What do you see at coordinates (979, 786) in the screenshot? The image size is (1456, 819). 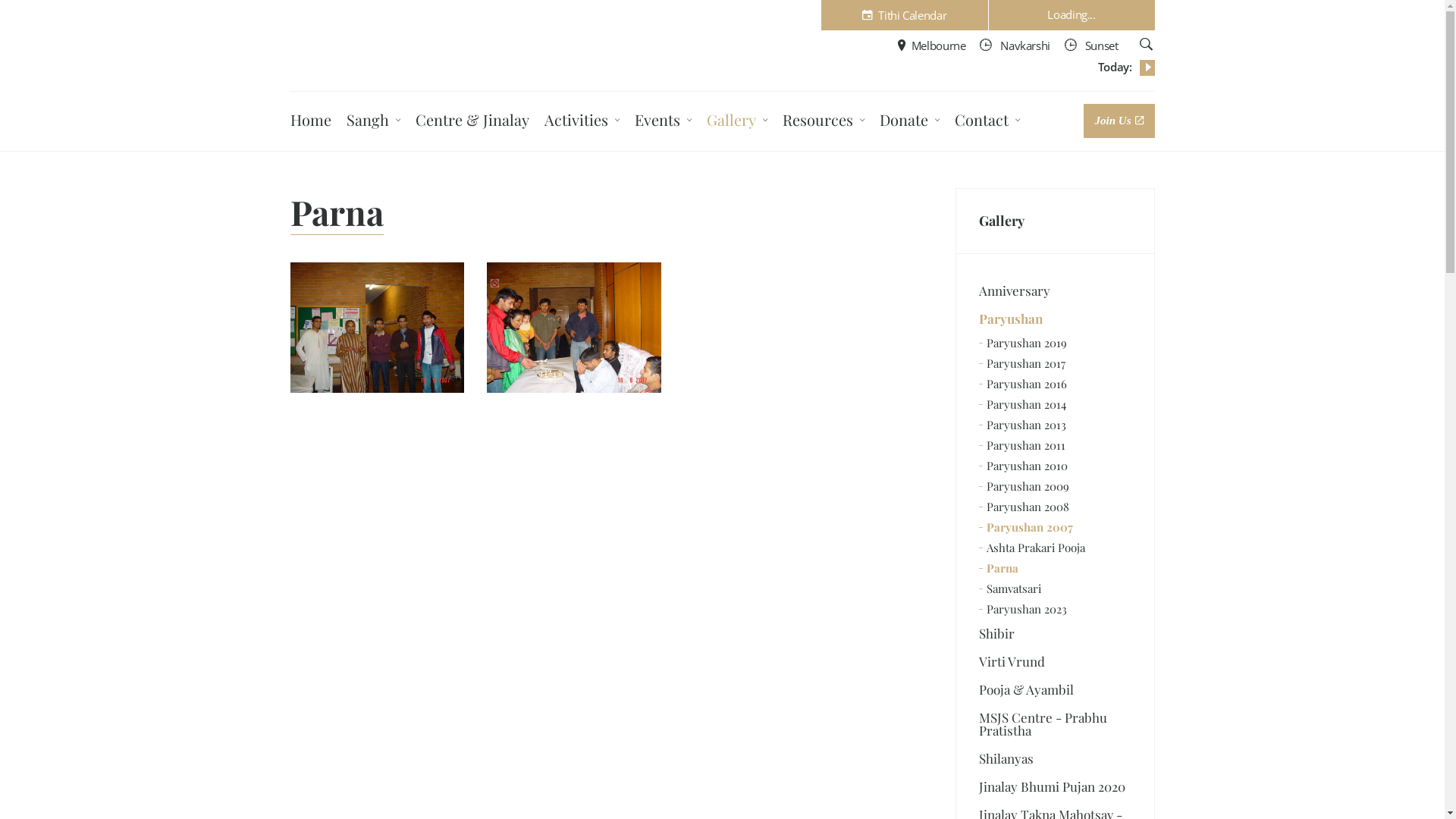 I see `'Jinalay Bhumi Pujan 2020'` at bounding box center [979, 786].